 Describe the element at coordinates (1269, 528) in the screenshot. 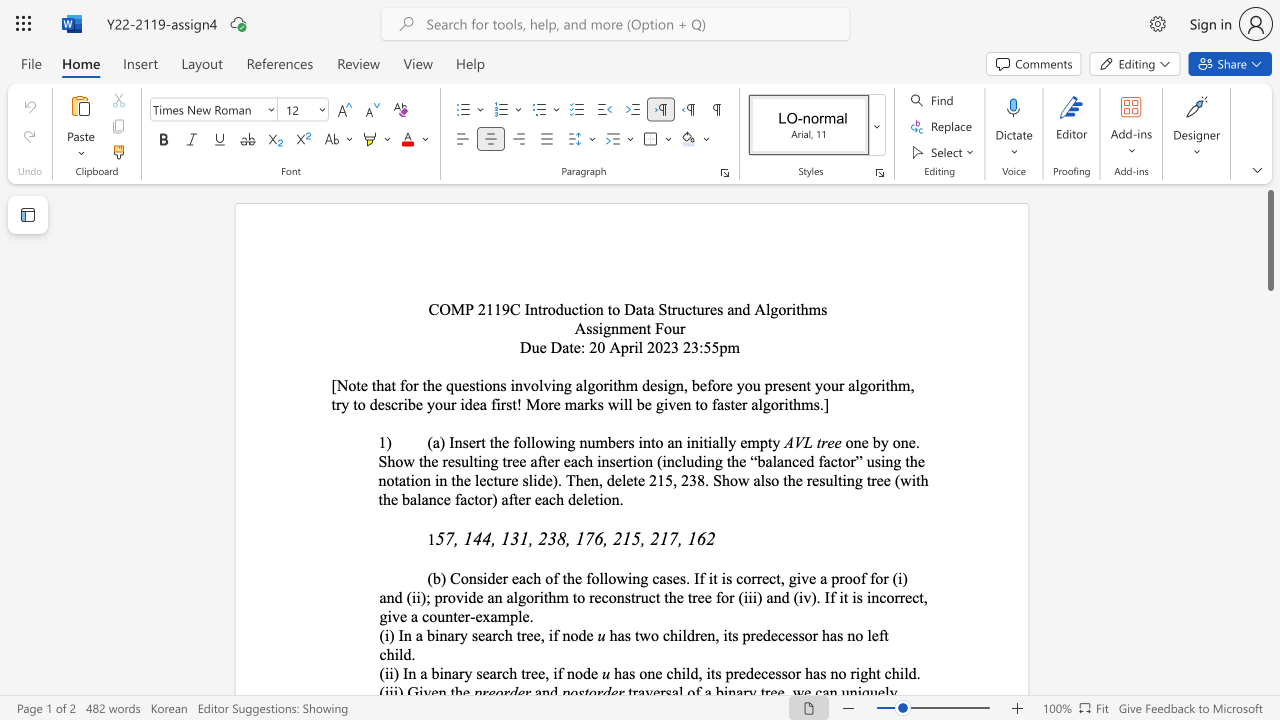

I see `the side scrollbar to bring the page down` at that location.